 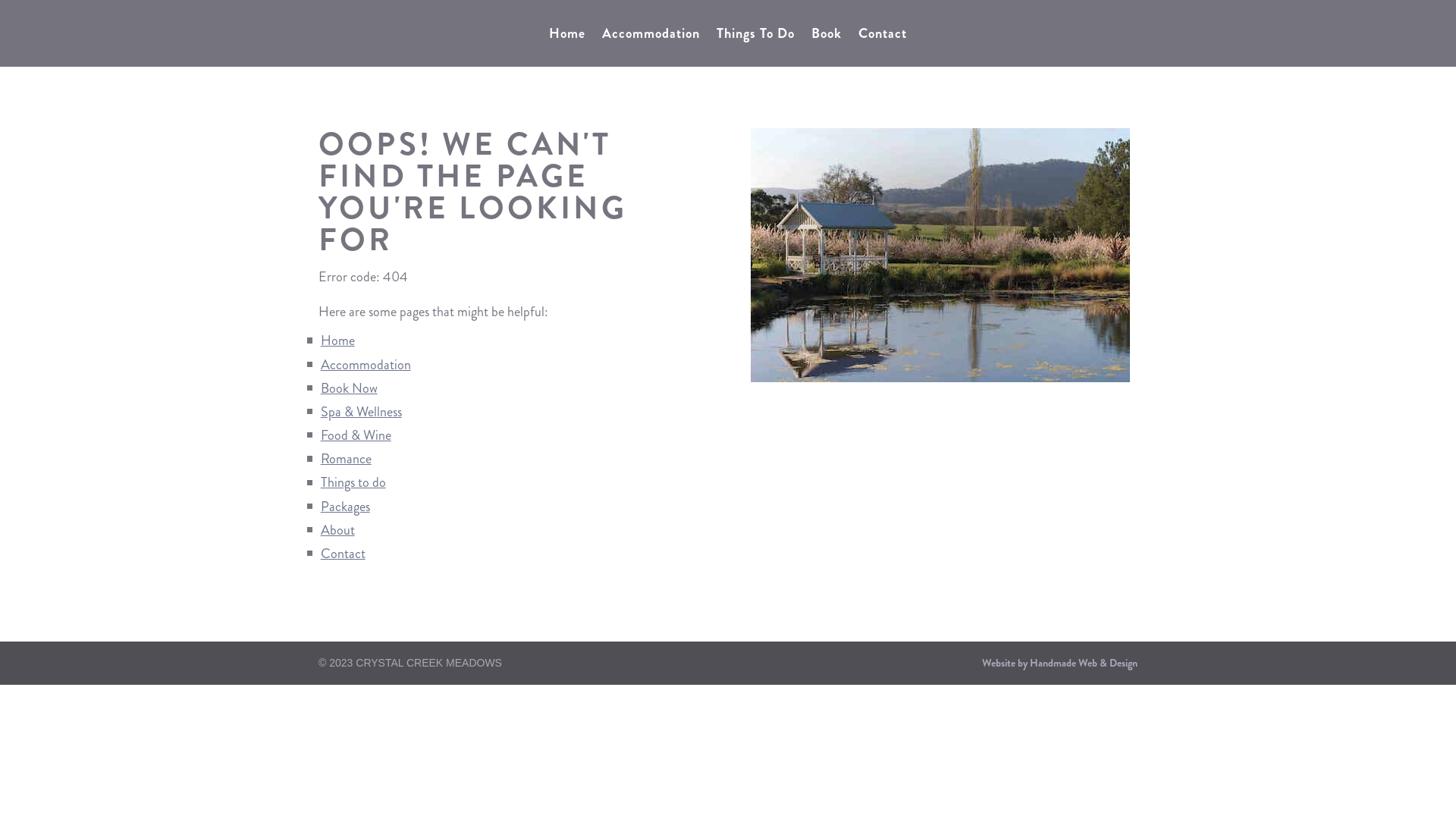 What do you see at coordinates (811, 35) in the screenshot?
I see `'Book'` at bounding box center [811, 35].